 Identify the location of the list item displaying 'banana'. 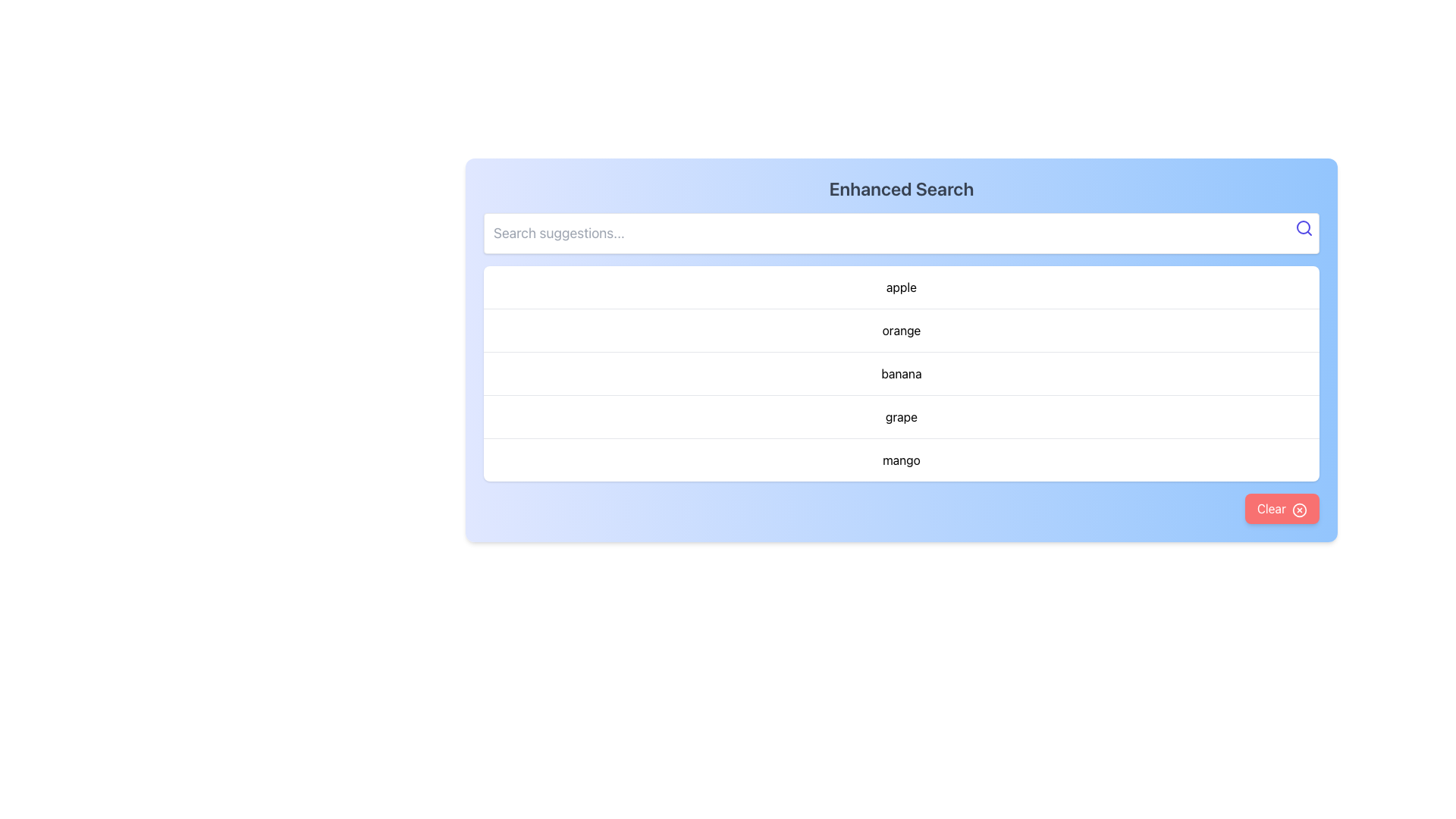
(902, 373).